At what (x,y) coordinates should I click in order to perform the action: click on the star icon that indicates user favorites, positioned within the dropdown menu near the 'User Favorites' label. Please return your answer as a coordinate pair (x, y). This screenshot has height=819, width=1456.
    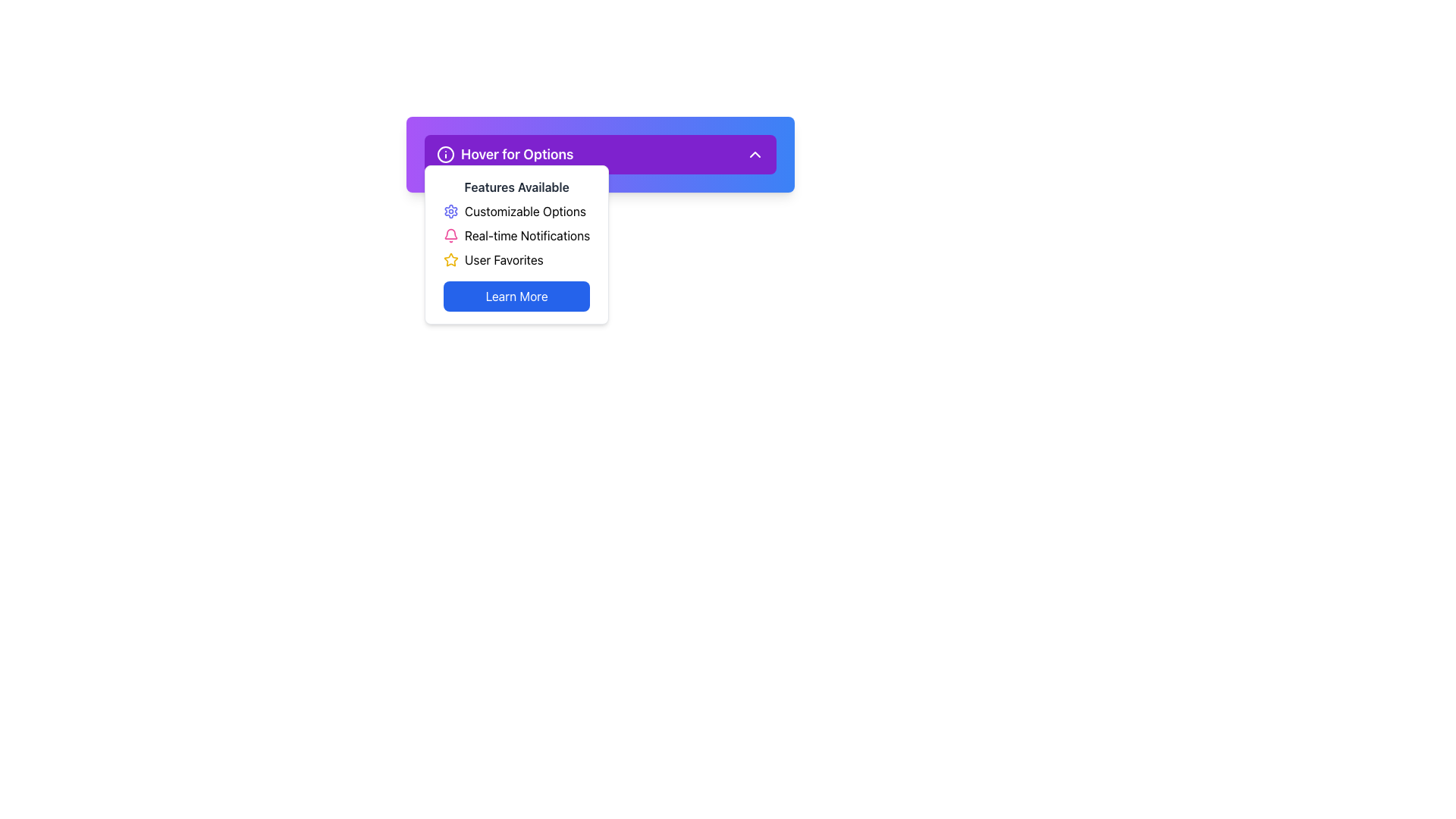
    Looking at the image, I should click on (450, 259).